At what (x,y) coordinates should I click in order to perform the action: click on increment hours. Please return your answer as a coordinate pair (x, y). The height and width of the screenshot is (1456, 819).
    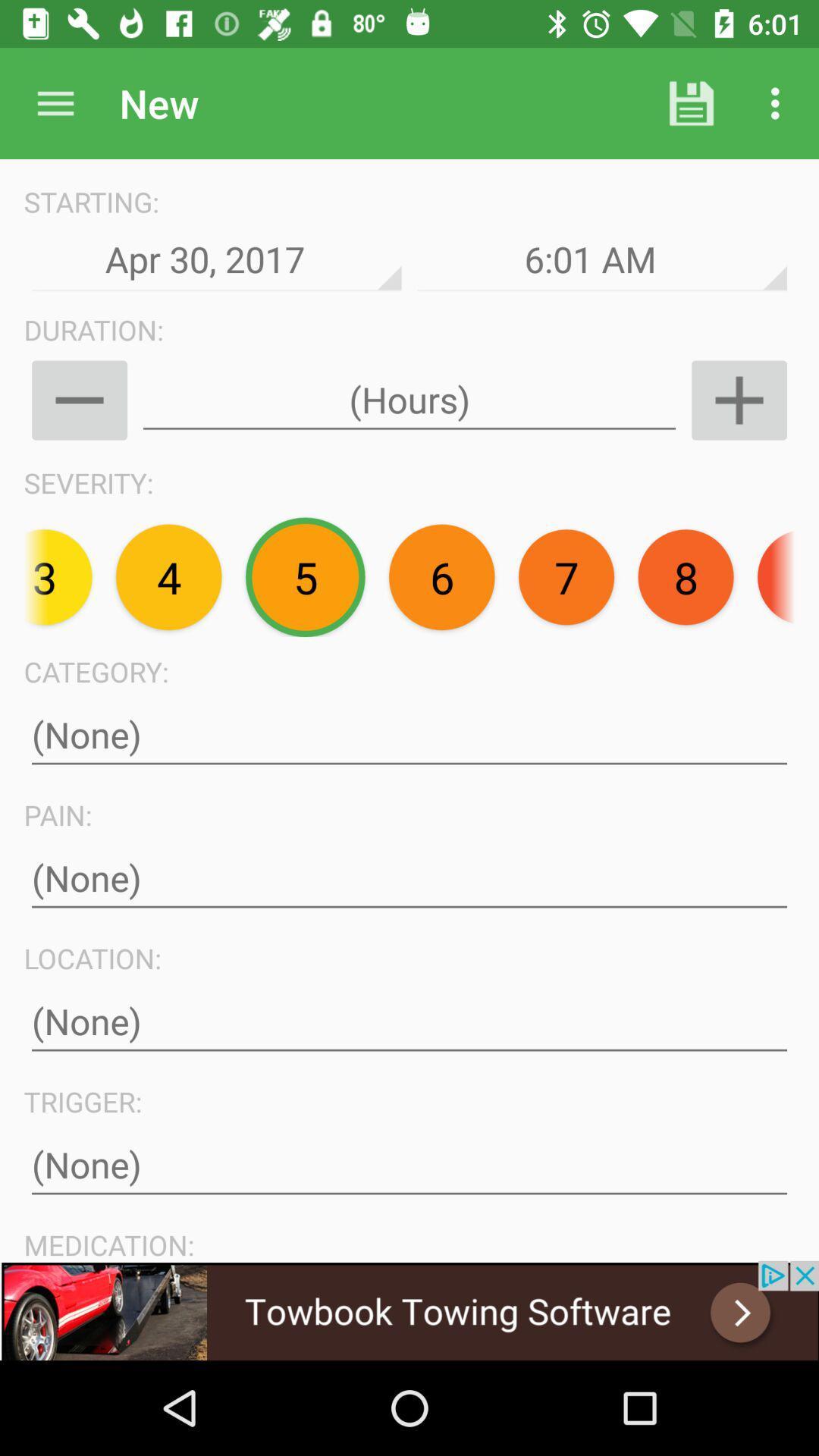
    Looking at the image, I should click on (739, 400).